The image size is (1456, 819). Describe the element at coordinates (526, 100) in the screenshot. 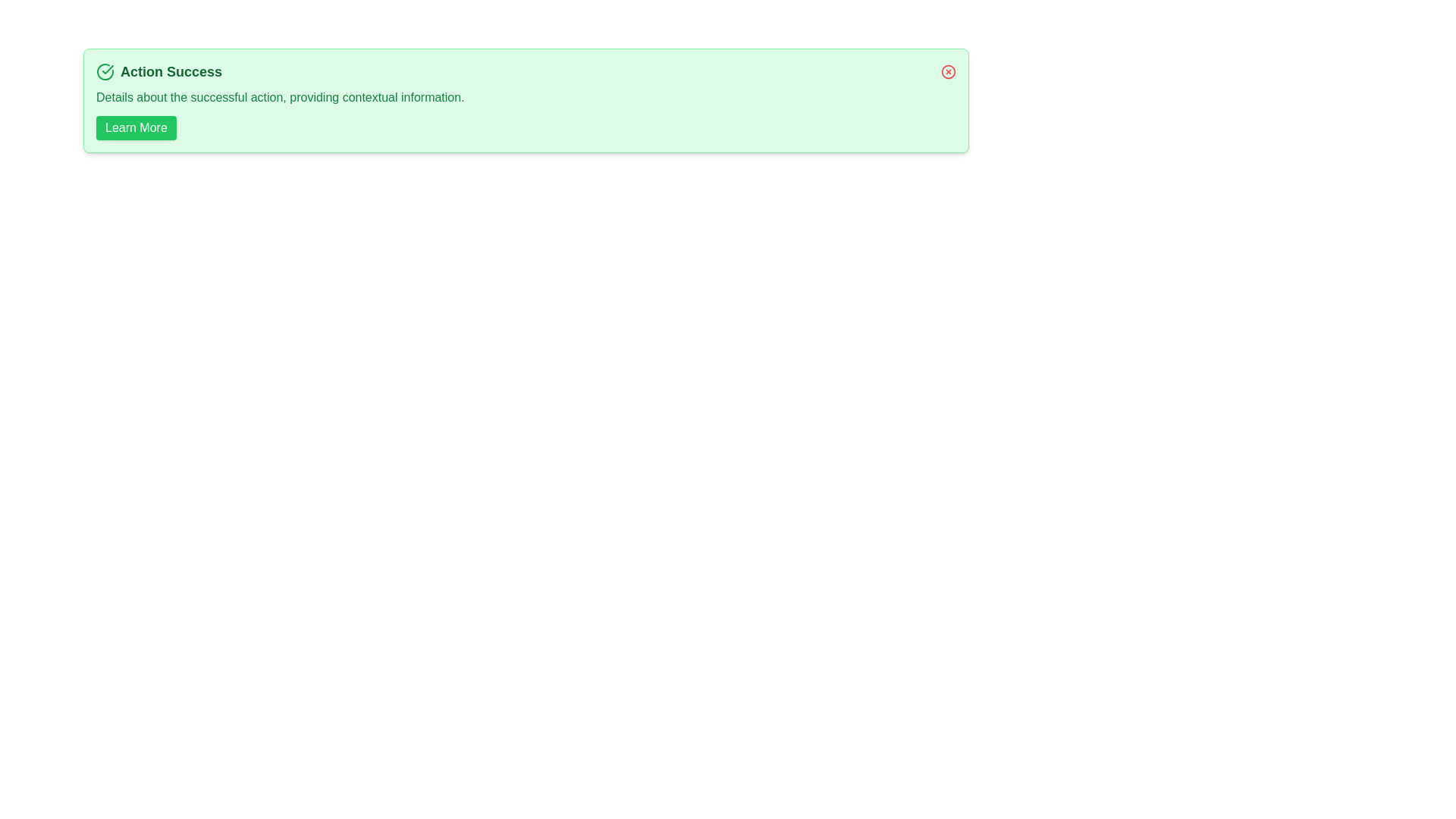

I see `the alert container to enhance accessibility` at that location.